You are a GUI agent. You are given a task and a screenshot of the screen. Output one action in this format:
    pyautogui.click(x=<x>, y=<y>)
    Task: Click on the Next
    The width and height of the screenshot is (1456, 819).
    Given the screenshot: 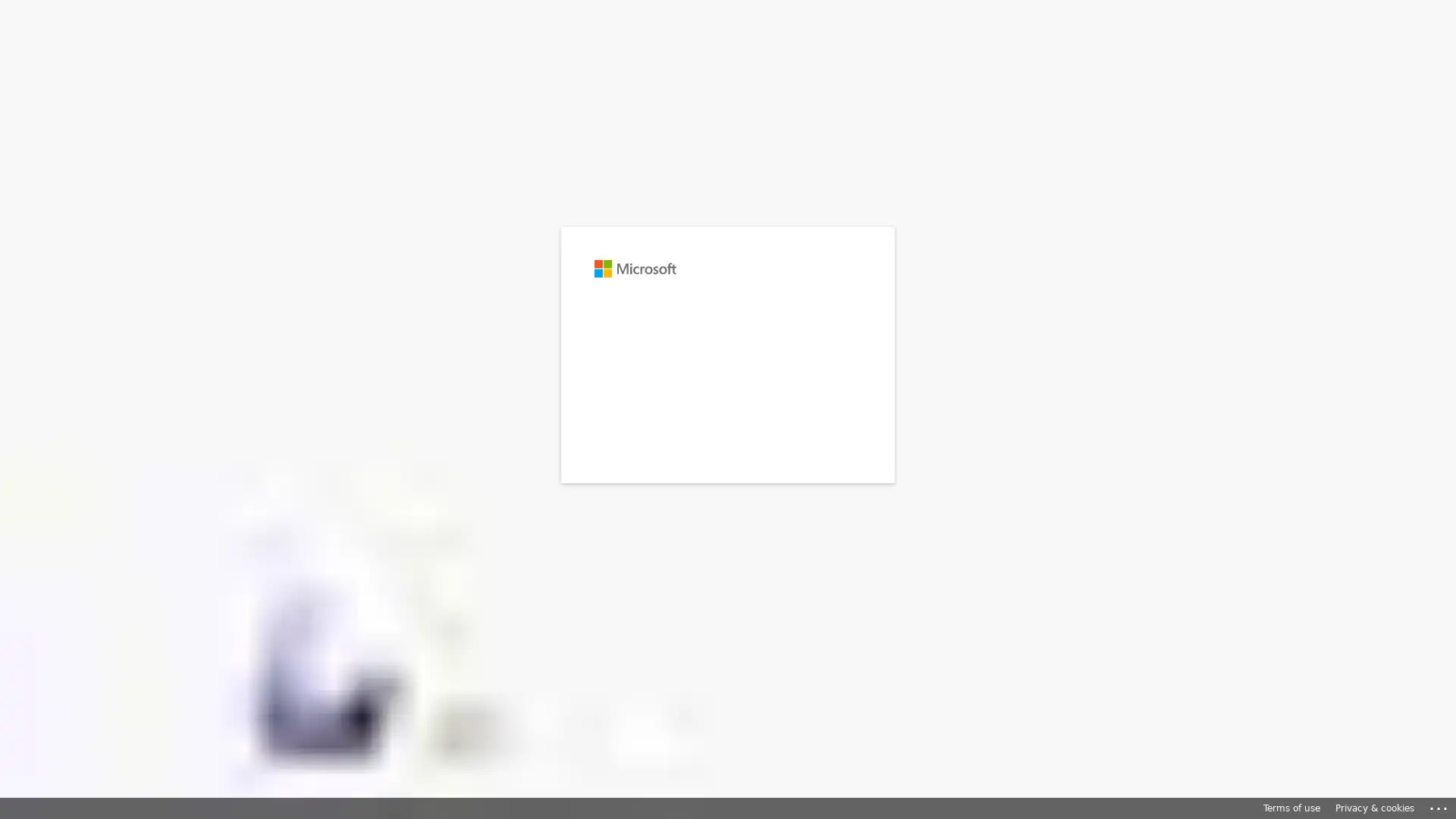 What is the action you would take?
    pyautogui.click(x=819, y=435)
    